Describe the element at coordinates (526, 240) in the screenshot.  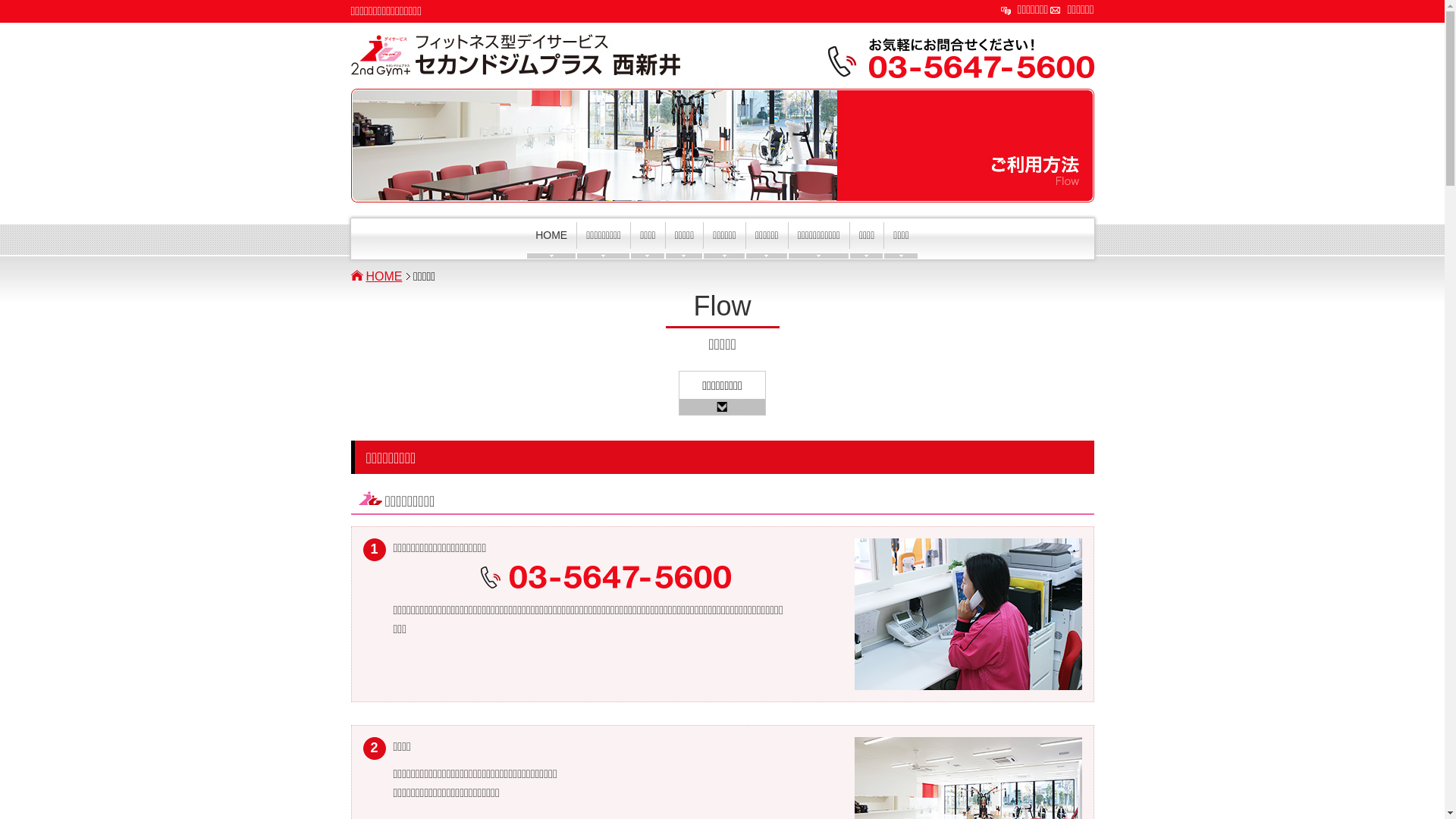
I see `'HOME'` at that location.